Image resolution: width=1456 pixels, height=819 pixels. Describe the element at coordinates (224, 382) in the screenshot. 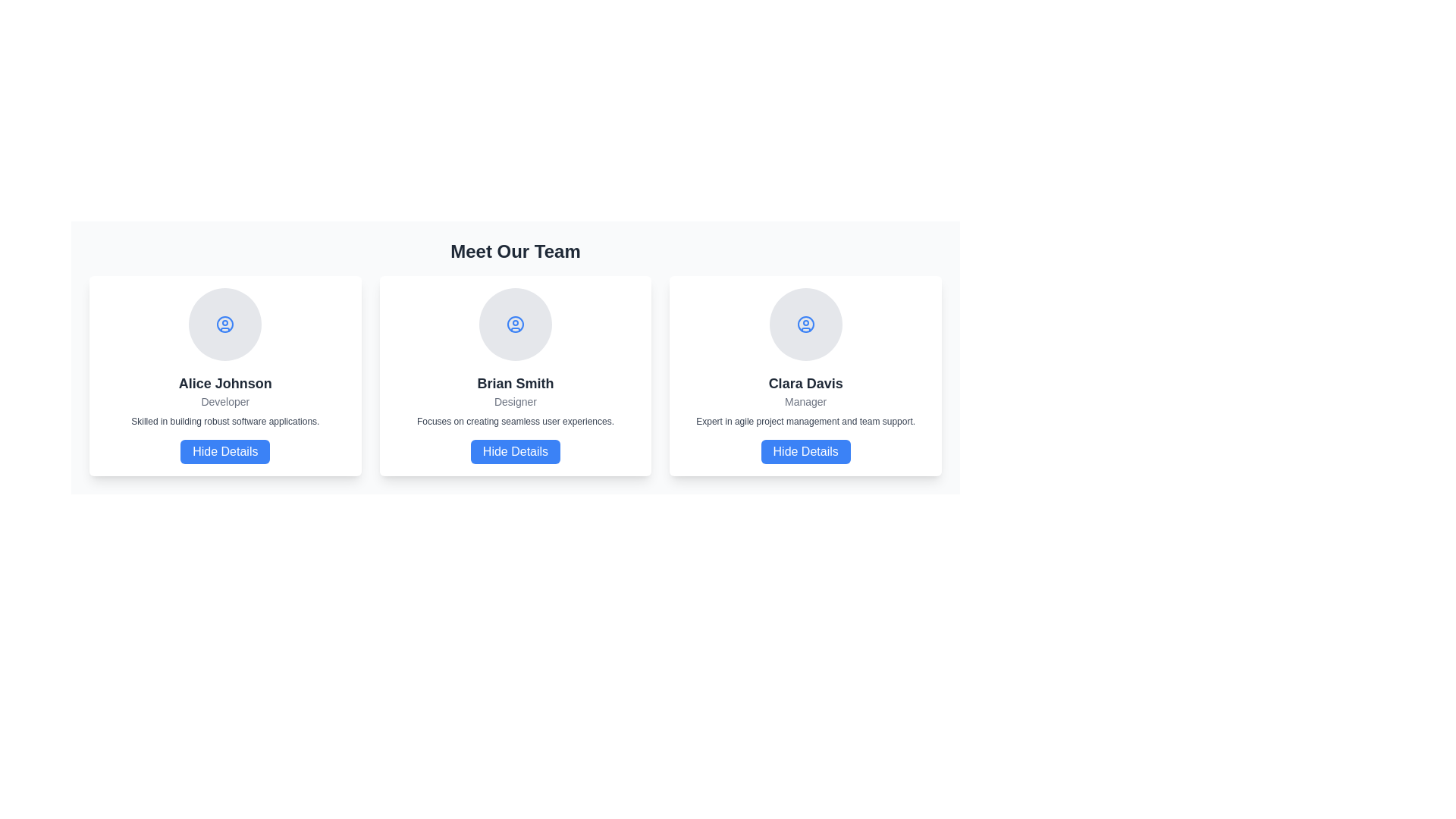

I see `the text displaying the individual's name, which is located in the leftmost card between the avatar image and job title` at that location.